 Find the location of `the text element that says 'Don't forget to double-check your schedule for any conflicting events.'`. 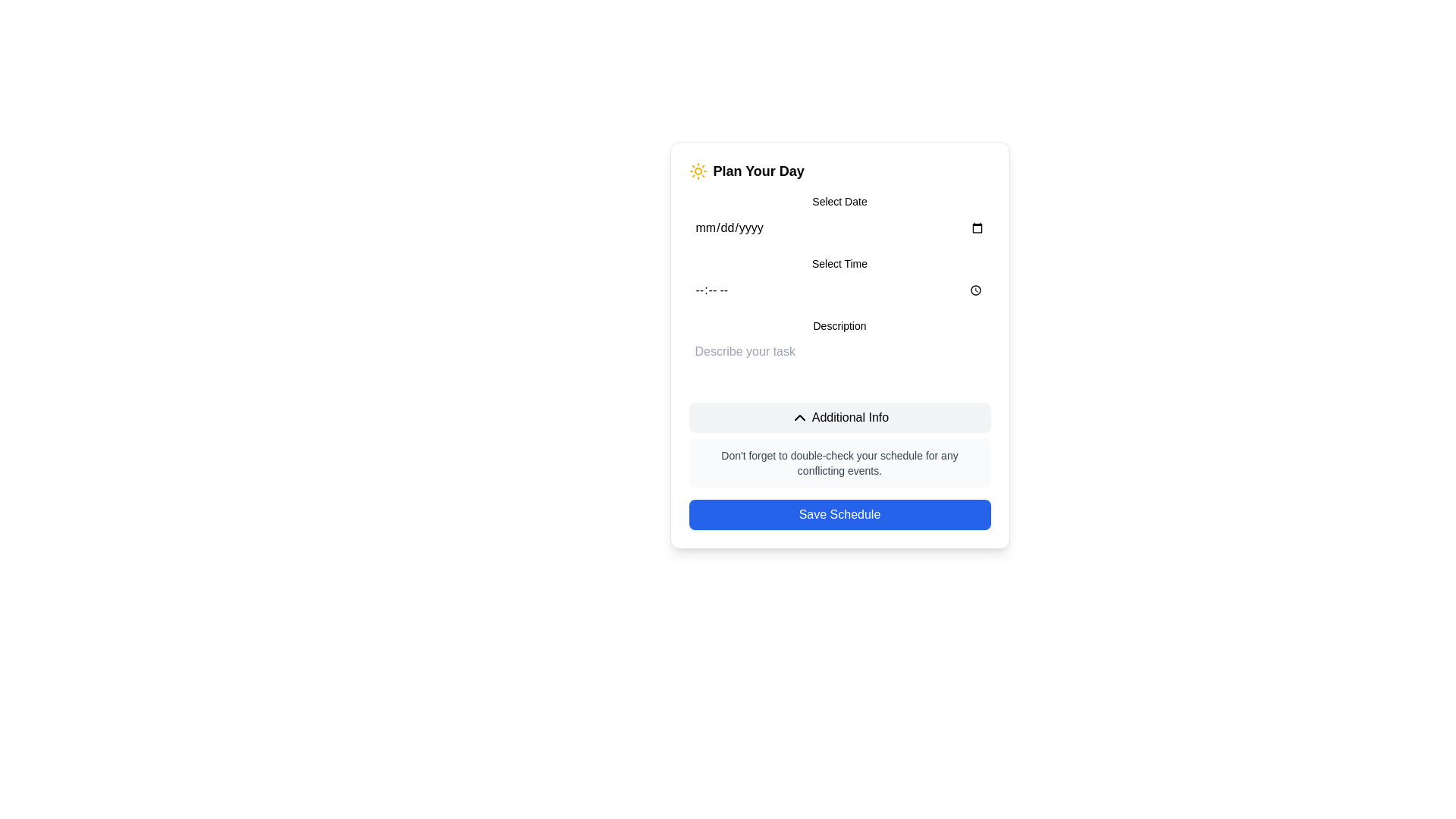

the text element that says 'Don't forget to double-check your schedule for any conflicting events.' is located at coordinates (839, 462).